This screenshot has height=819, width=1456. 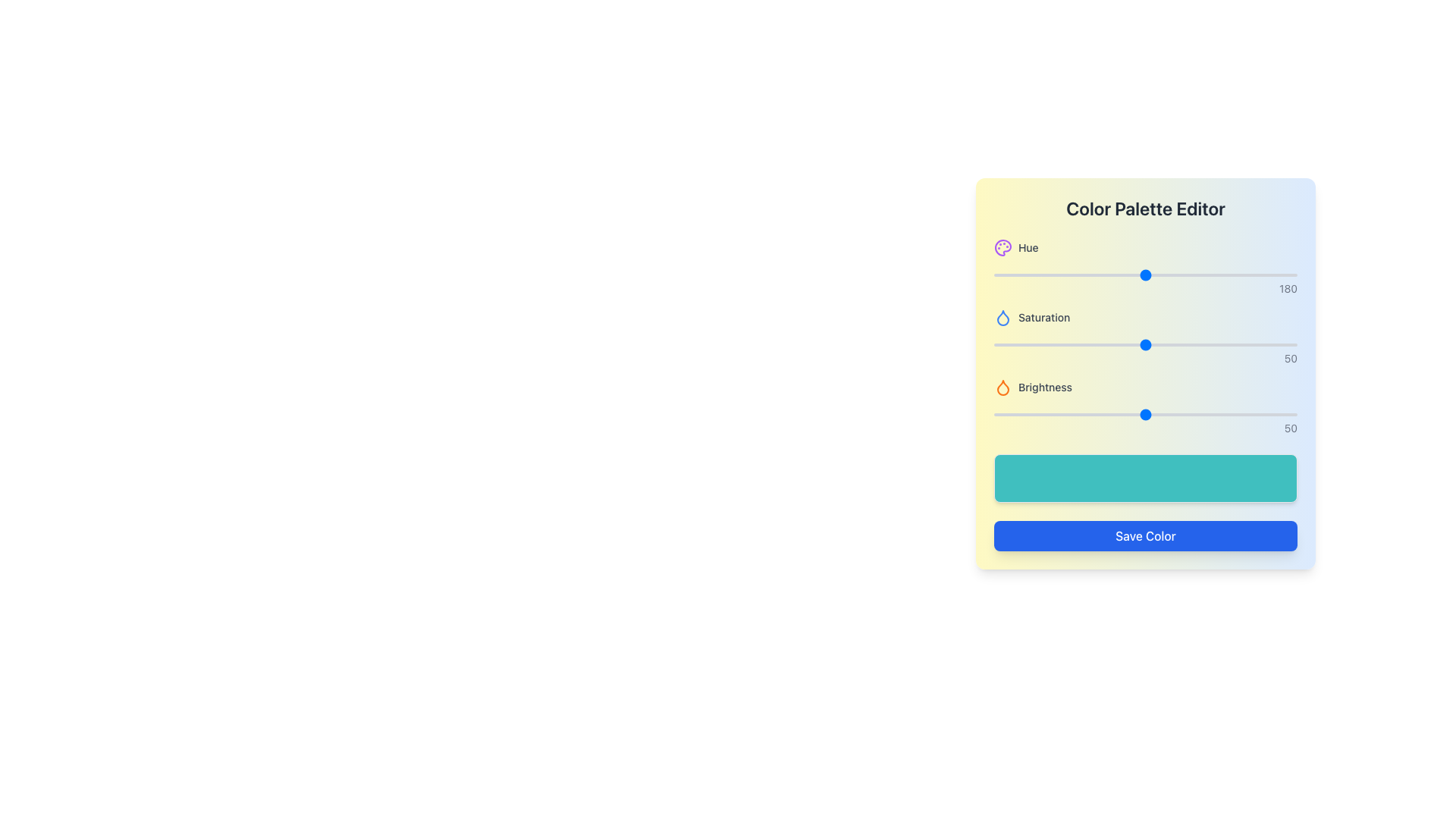 I want to click on the droplet icon with an orange stroke located to the left of the 'Brightness' label, so click(x=1003, y=386).